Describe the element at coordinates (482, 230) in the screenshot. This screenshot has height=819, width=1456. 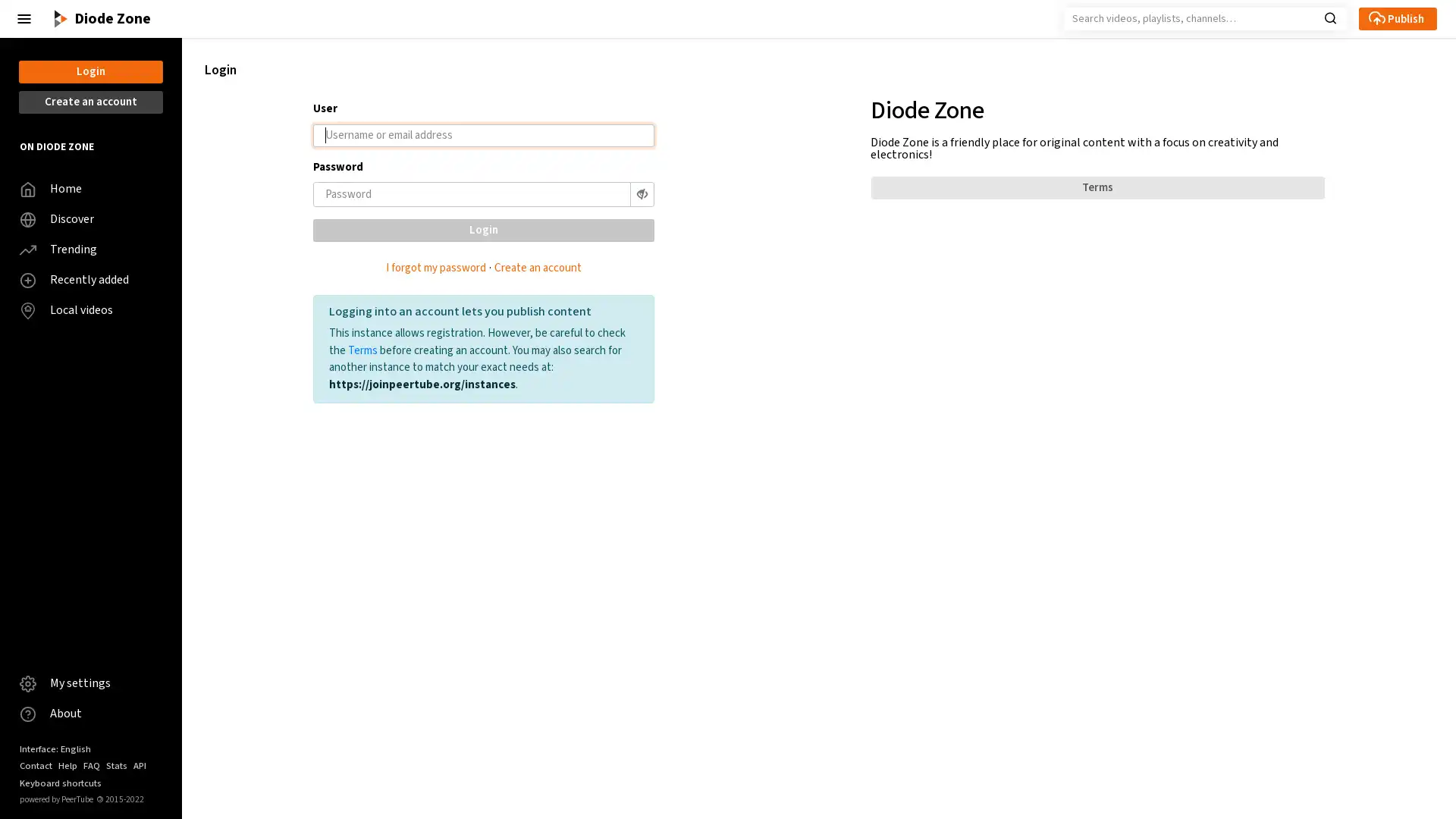
I see `Login` at that location.